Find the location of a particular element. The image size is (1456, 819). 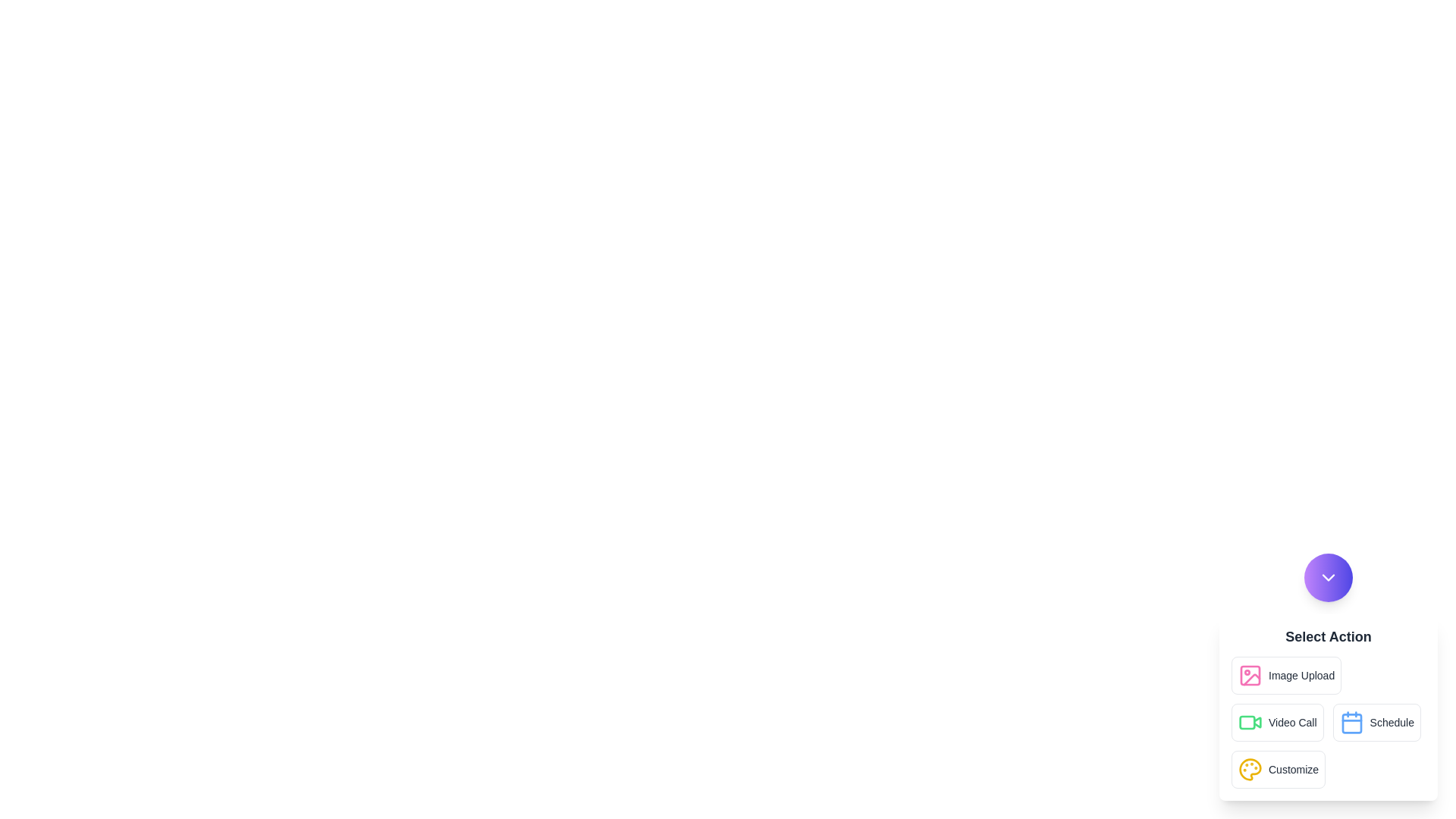

the 'Video Call' icon located on the right side of the 'Video Call' button in the modal, which is part of the 'Select Action' options is located at coordinates (1250, 721).